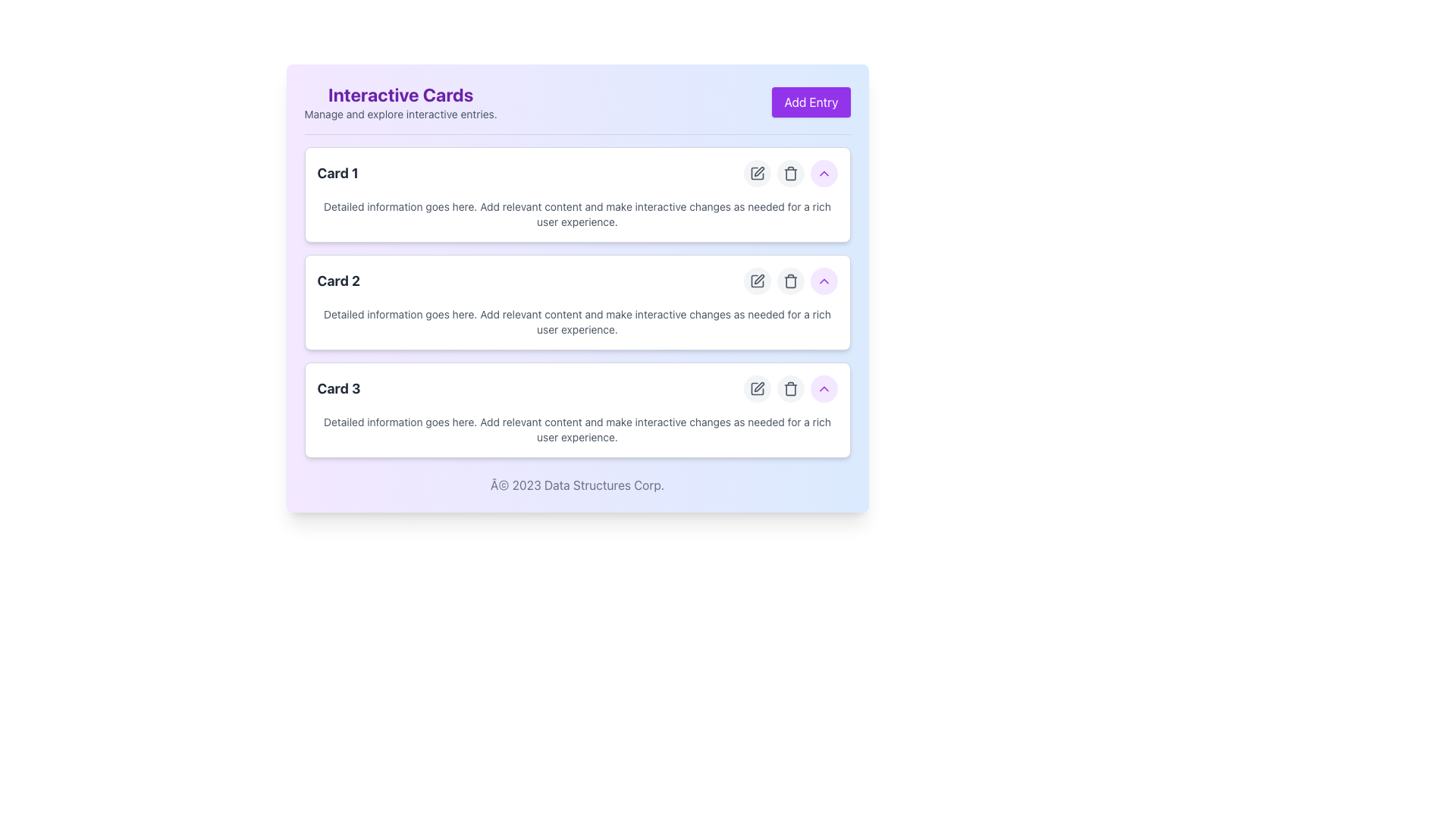  What do you see at coordinates (759, 279) in the screenshot?
I see `the pen icon representing the edit symbol located in the second interactive card at the right side of the card's header` at bounding box center [759, 279].